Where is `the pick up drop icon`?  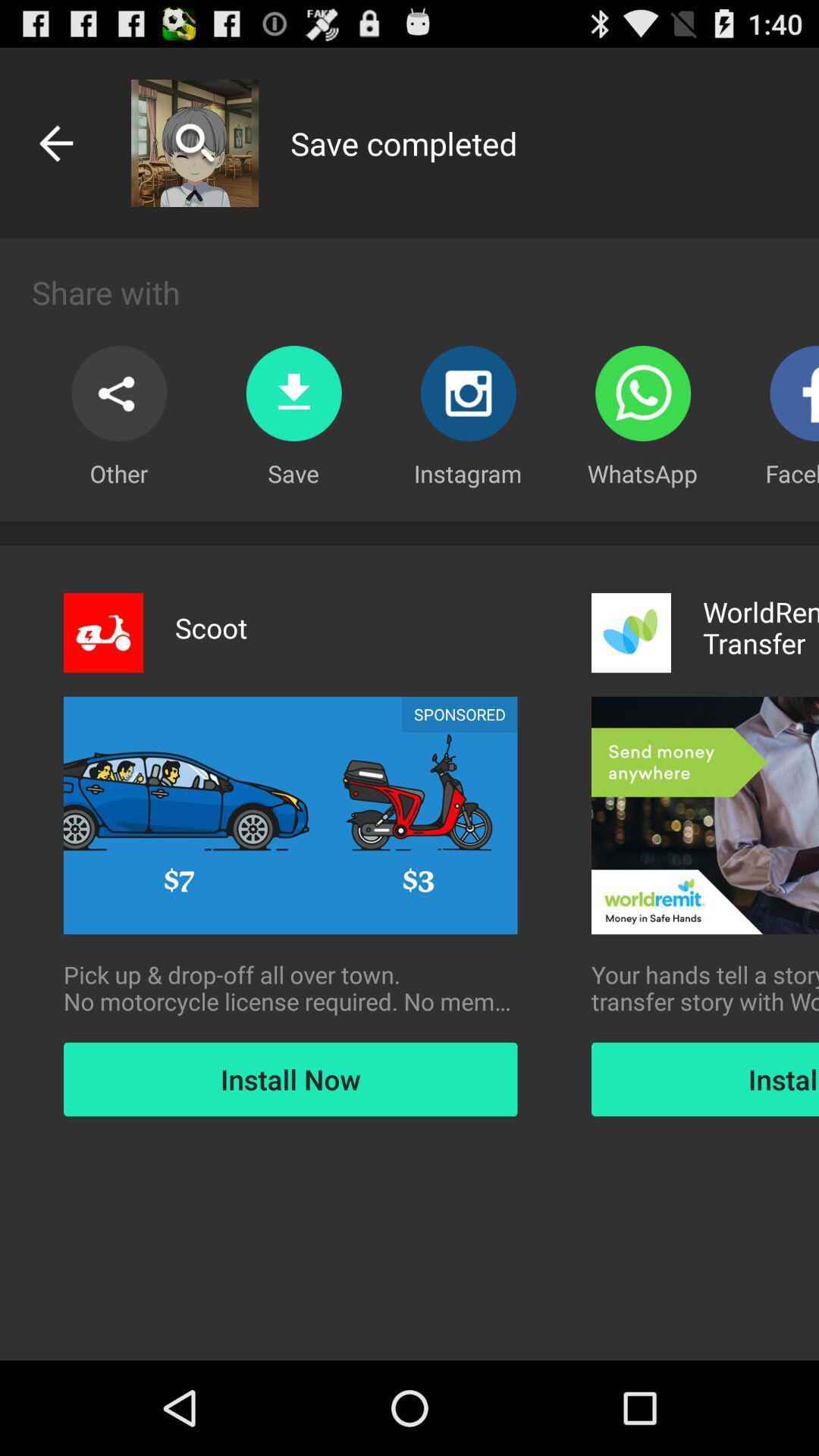
the pick up drop icon is located at coordinates (290, 988).